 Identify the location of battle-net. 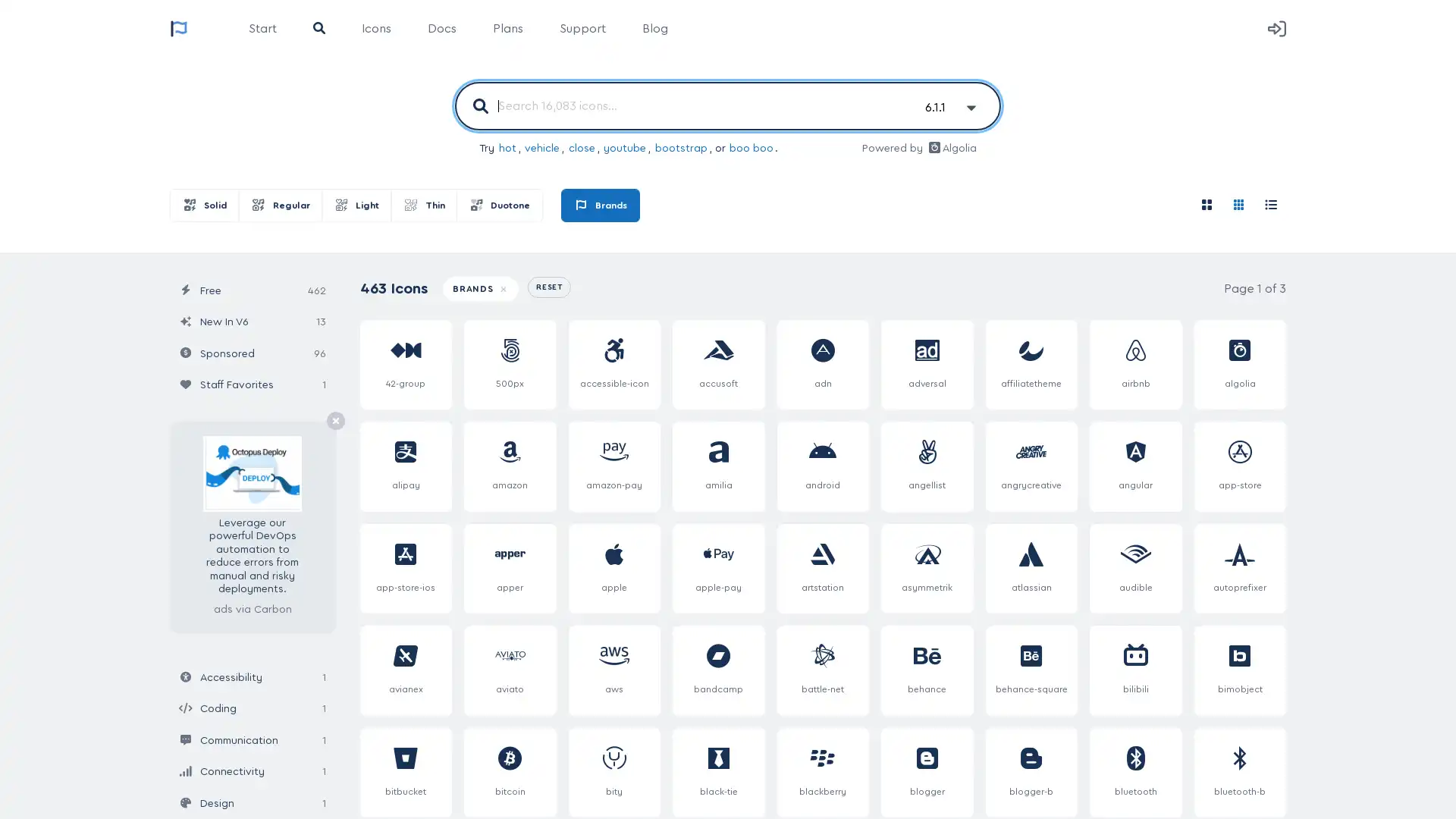
(821, 680).